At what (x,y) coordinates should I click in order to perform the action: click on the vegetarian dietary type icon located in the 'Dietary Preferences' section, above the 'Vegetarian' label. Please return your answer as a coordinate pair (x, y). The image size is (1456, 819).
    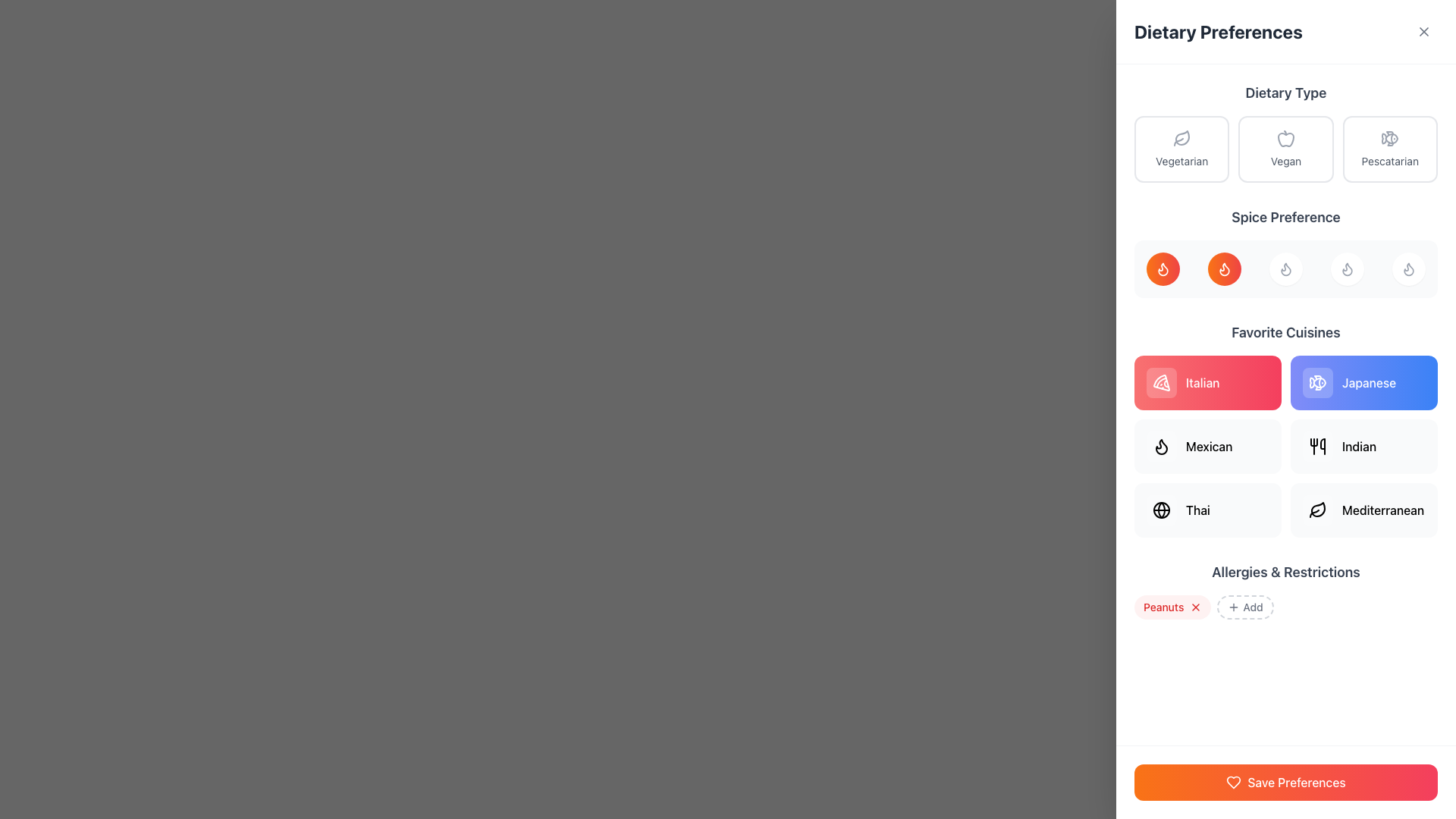
    Looking at the image, I should click on (1181, 138).